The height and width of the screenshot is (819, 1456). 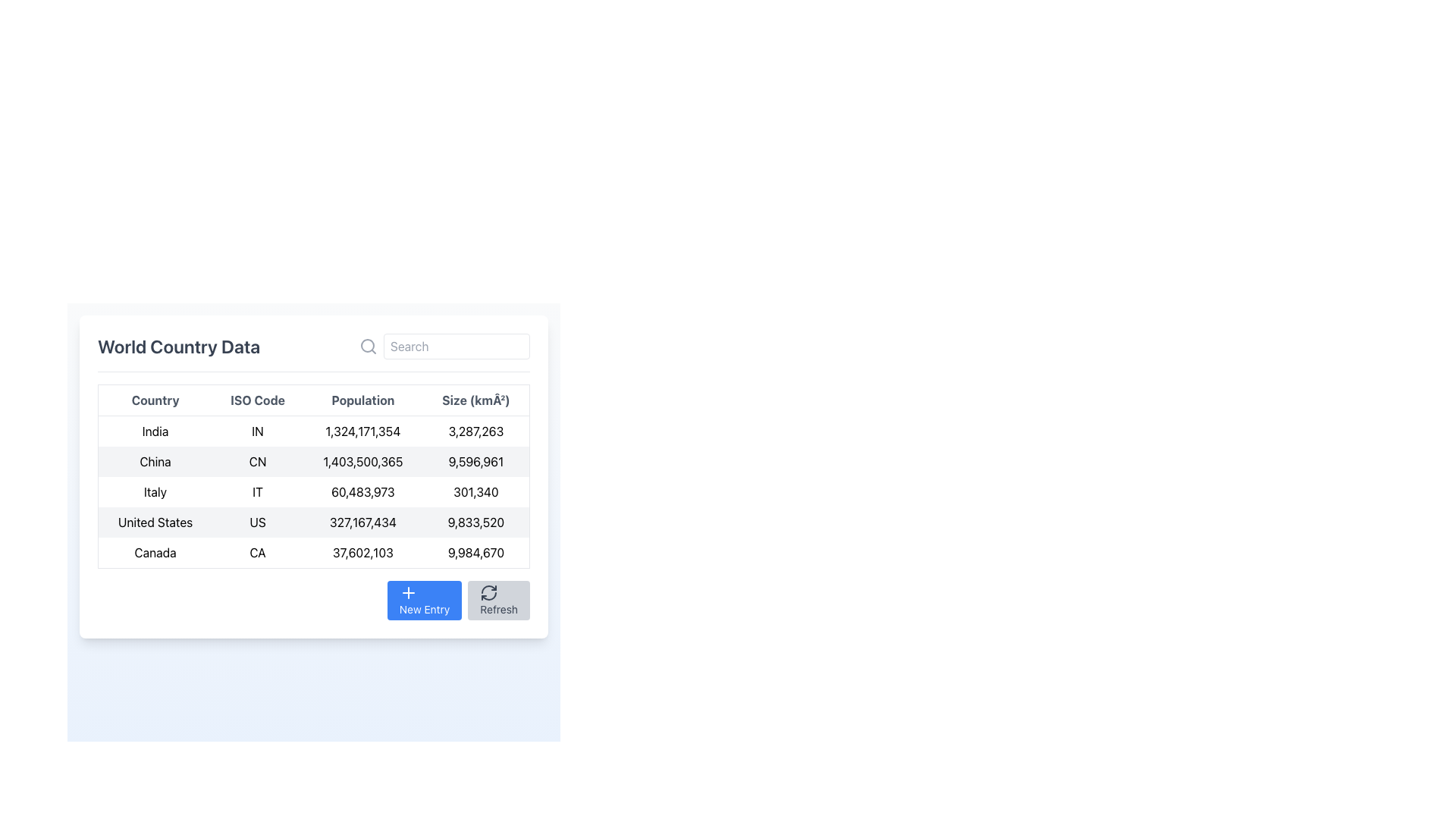 I want to click on the search icon, which is a circular magnifying glass with a handle, located to the left of the search input field labeled 'Search', so click(x=368, y=346).